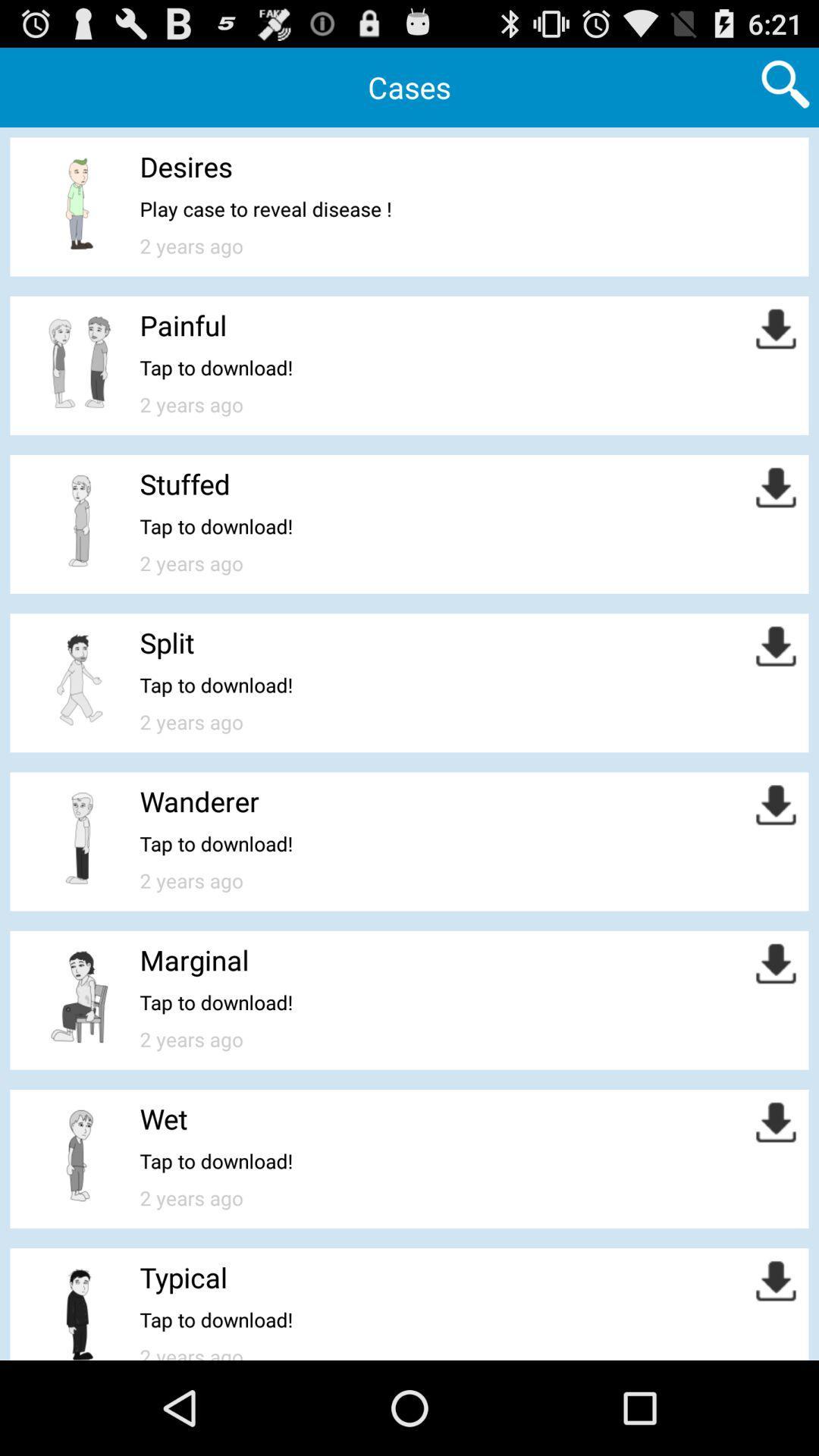 This screenshot has width=819, height=1456. I want to click on app above tap to download! app, so click(183, 1276).